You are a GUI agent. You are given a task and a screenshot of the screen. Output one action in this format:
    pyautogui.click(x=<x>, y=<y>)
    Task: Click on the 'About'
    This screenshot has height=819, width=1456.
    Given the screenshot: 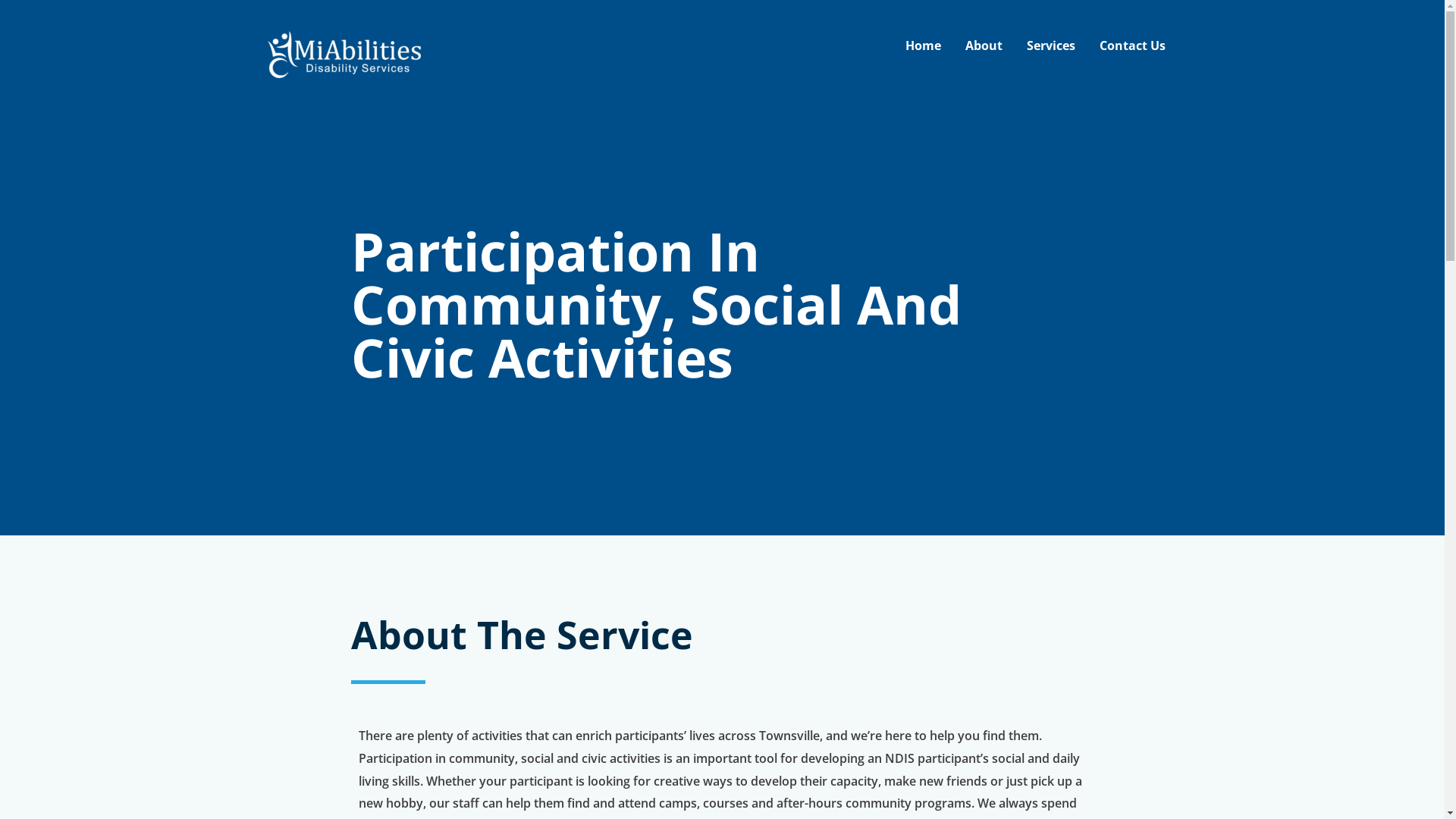 What is the action you would take?
    pyautogui.click(x=983, y=45)
    